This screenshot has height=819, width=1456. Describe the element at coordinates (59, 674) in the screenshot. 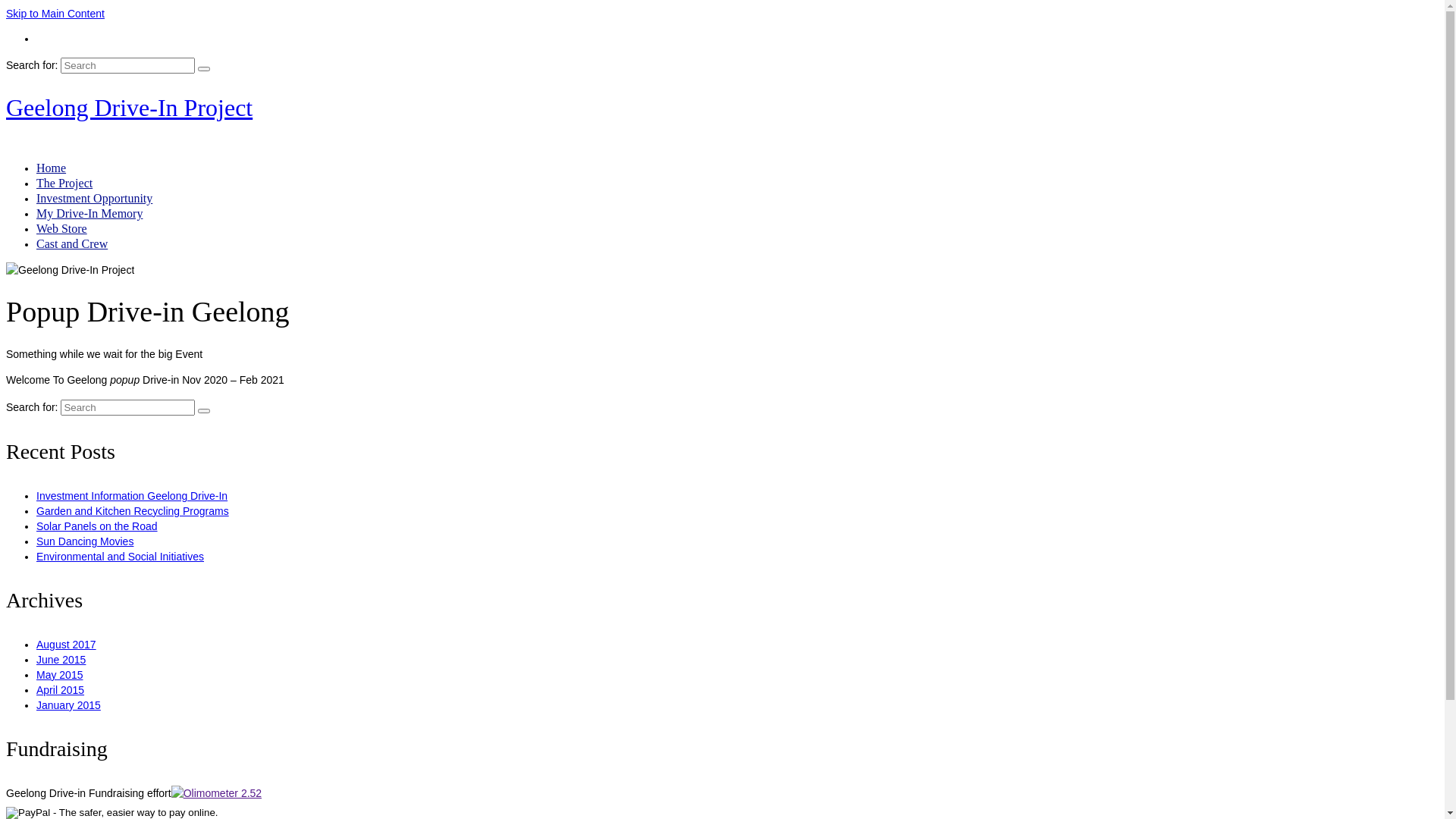

I see `'May 2015'` at that location.